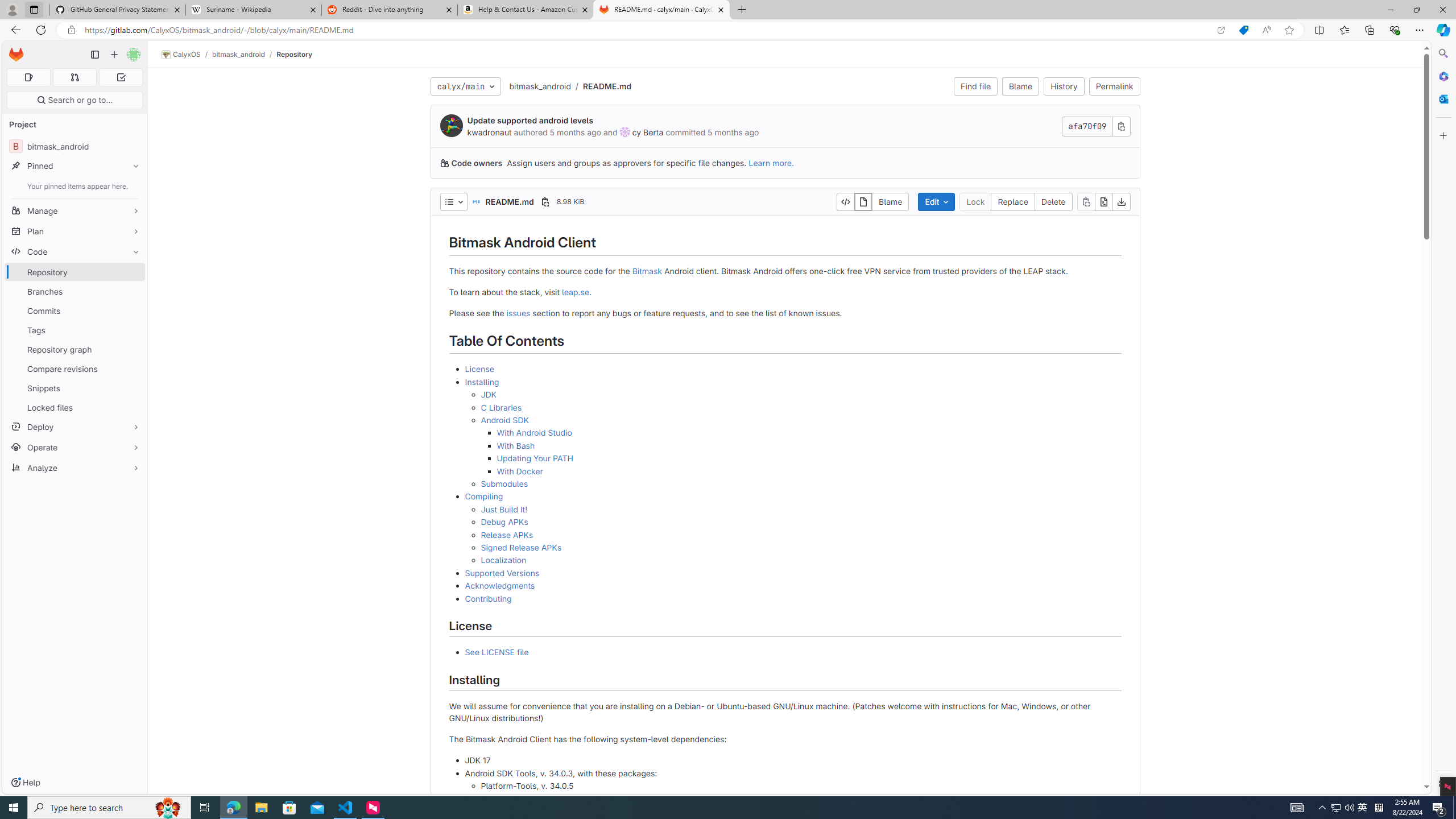  What do you see at coordinates (1085, 201) in the screenshot?
I see `'Copy file contents'` at bounding box center [1085, 201].